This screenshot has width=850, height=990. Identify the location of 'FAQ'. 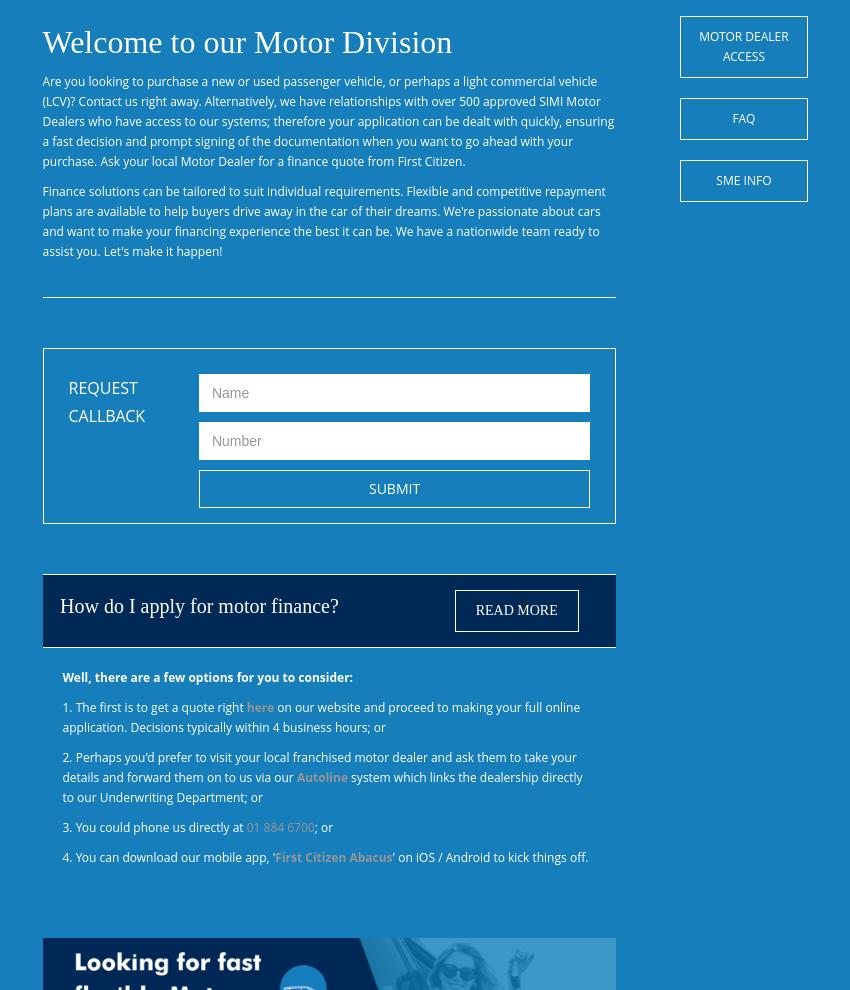
(732, 117).